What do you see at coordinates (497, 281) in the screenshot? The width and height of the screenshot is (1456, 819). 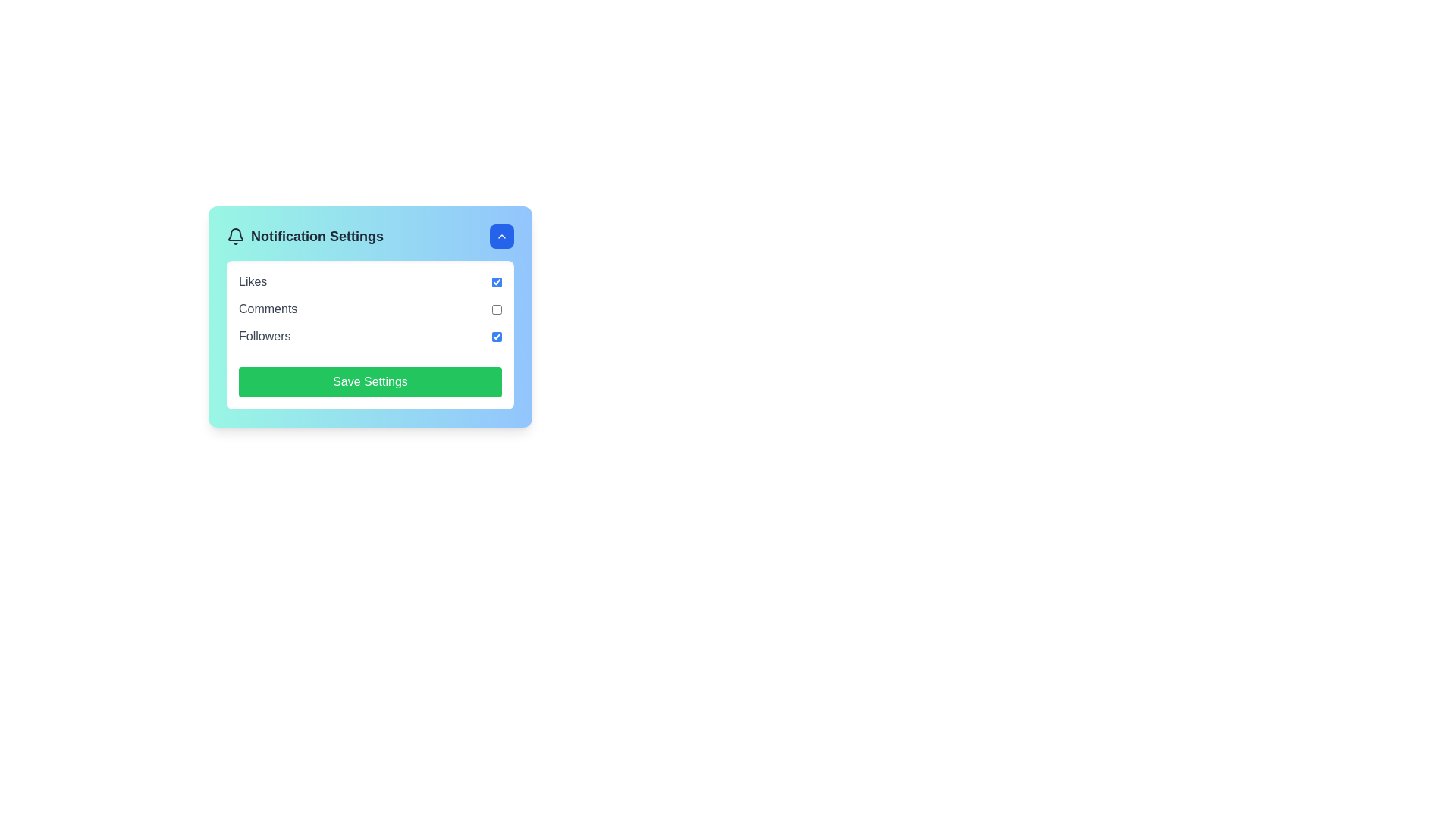 I see `the blue checkbox with rounded corners next to the label 'Likes'` at bounding box center [497, 281].